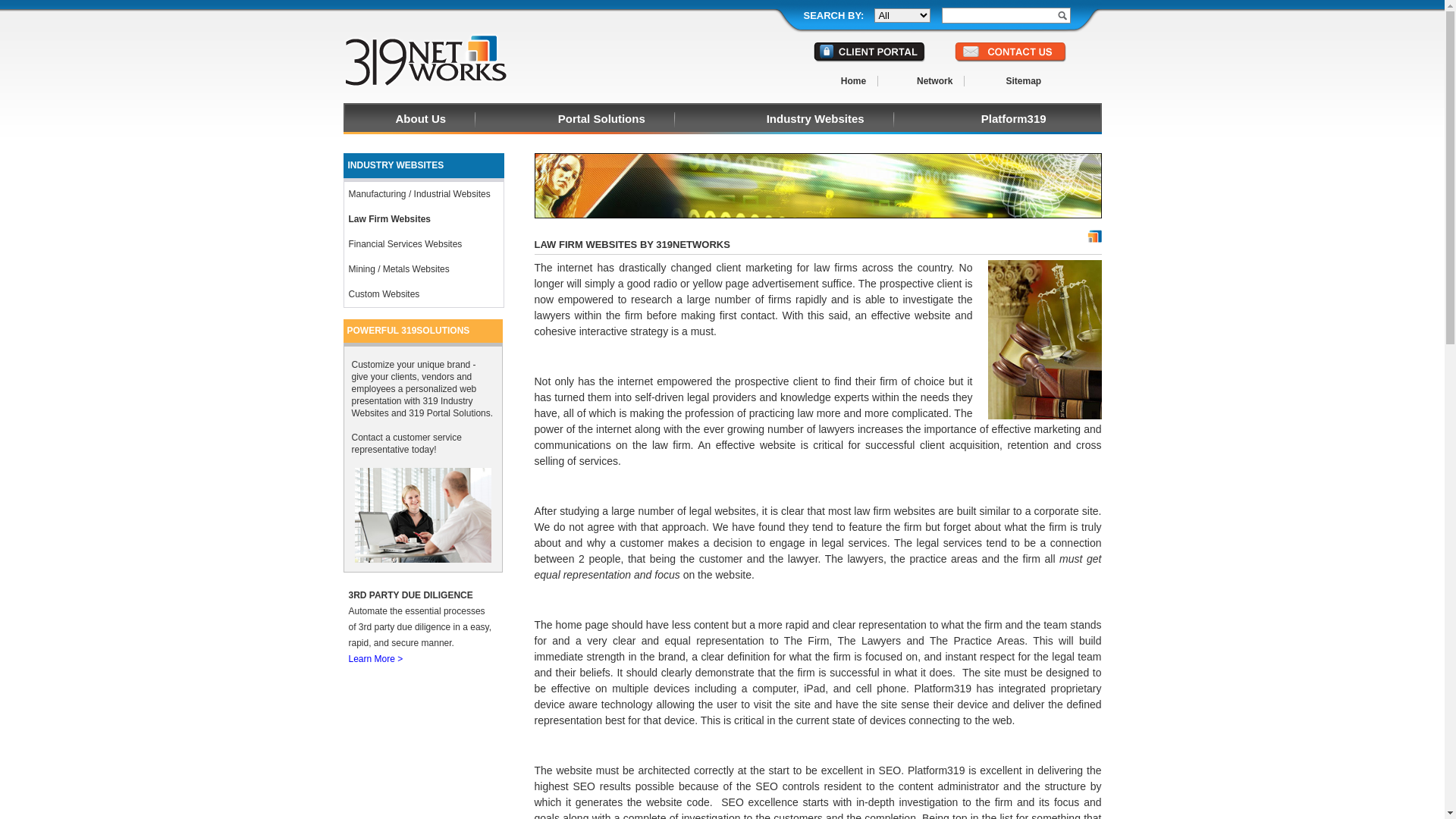 The image size is (1456, 819). What do you see at coordinates (905, 81) in the screenshot?
I see `'Network'` at bounding box center [905, 81].